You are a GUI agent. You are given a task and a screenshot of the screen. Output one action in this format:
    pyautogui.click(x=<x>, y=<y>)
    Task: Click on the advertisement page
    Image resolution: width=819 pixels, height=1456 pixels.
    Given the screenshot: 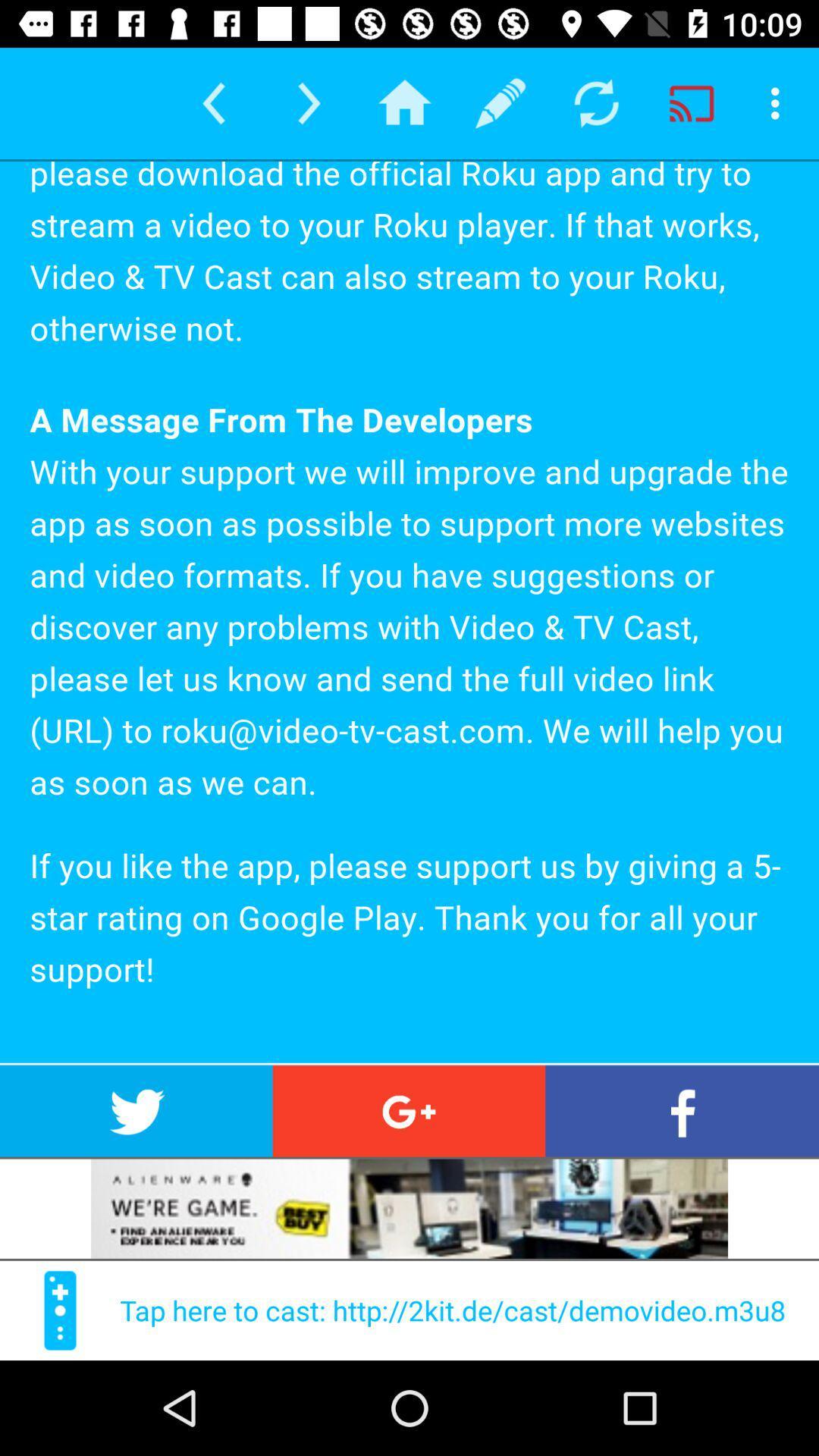 What is the action you would take?
    pyautogui.click(x=409, y=1208)
    